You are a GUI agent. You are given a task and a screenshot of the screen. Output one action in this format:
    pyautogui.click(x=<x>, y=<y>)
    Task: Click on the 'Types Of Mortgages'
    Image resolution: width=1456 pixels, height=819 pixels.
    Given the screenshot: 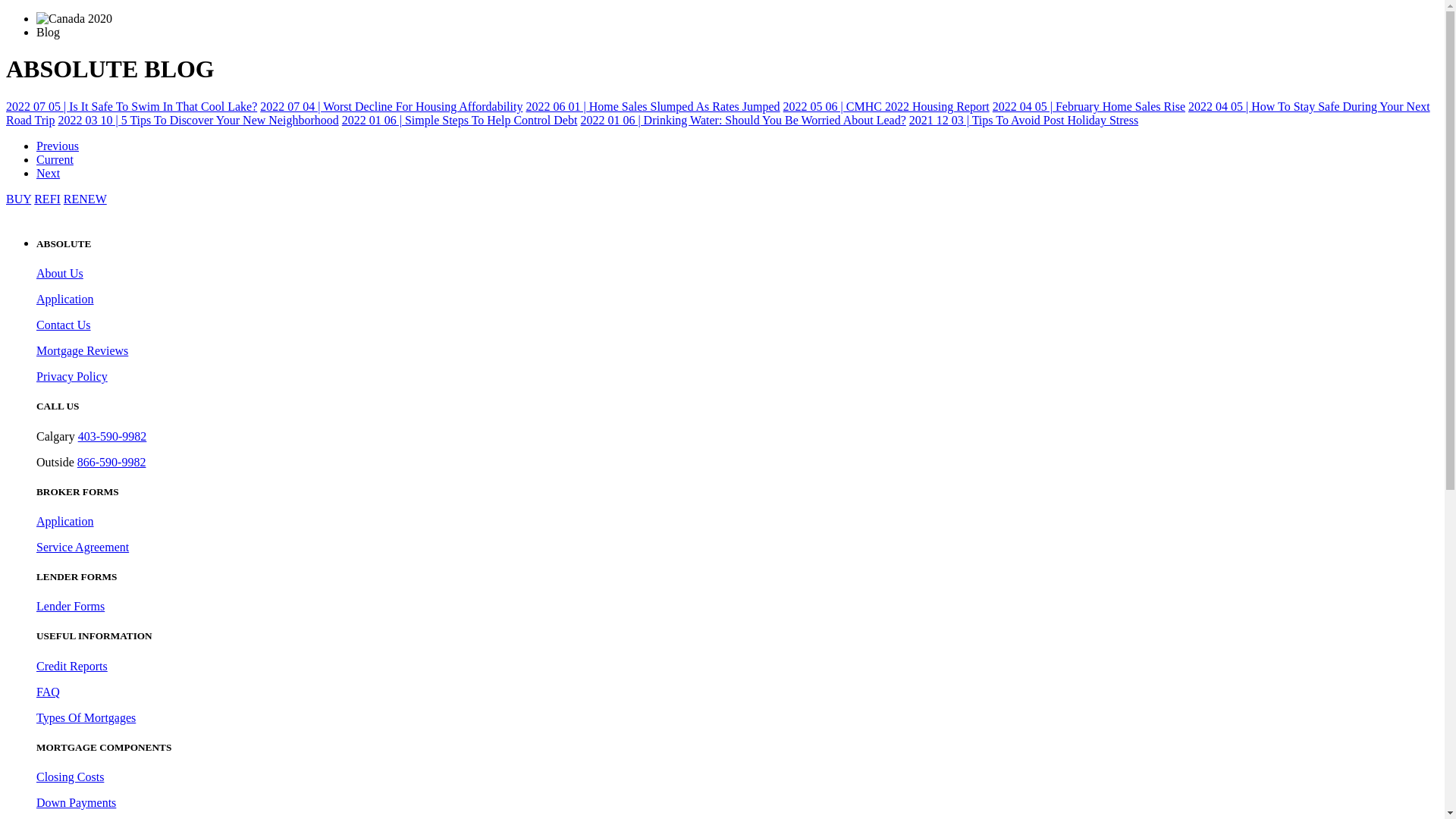 What is the action you would take?
    pyautogui.click(x=85, y=717)
    